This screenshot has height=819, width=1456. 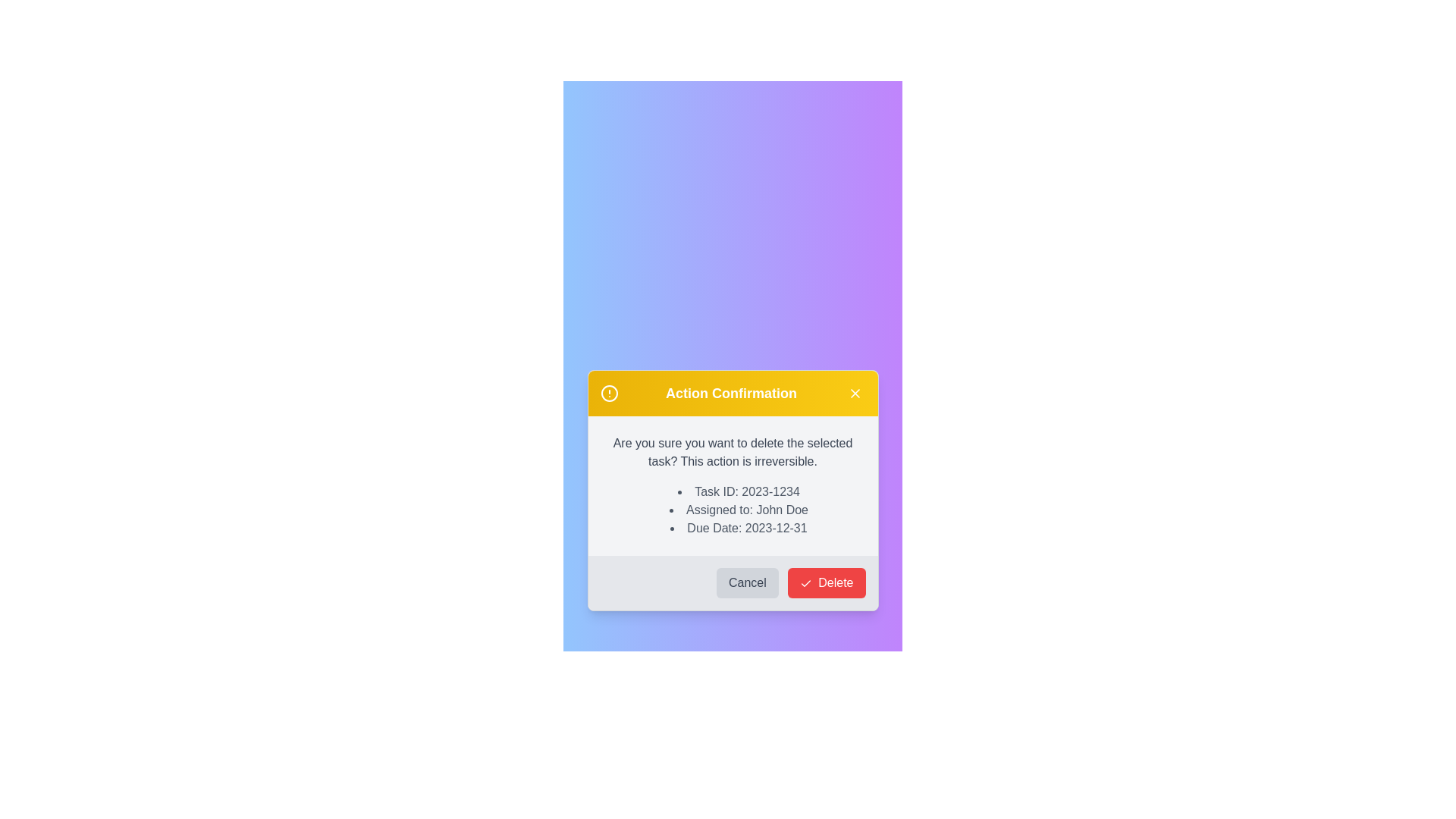 What do you see at coordinates (733, 510) in the screenshot?
I see `the text display with a bulleted list containing 'Task ID: 2023-1234', 'Assigned to: John Doe', and 'Due Date: 2023-12-31', located in the modal dialog box below the confirmation text` at bounding box center [733, 510].